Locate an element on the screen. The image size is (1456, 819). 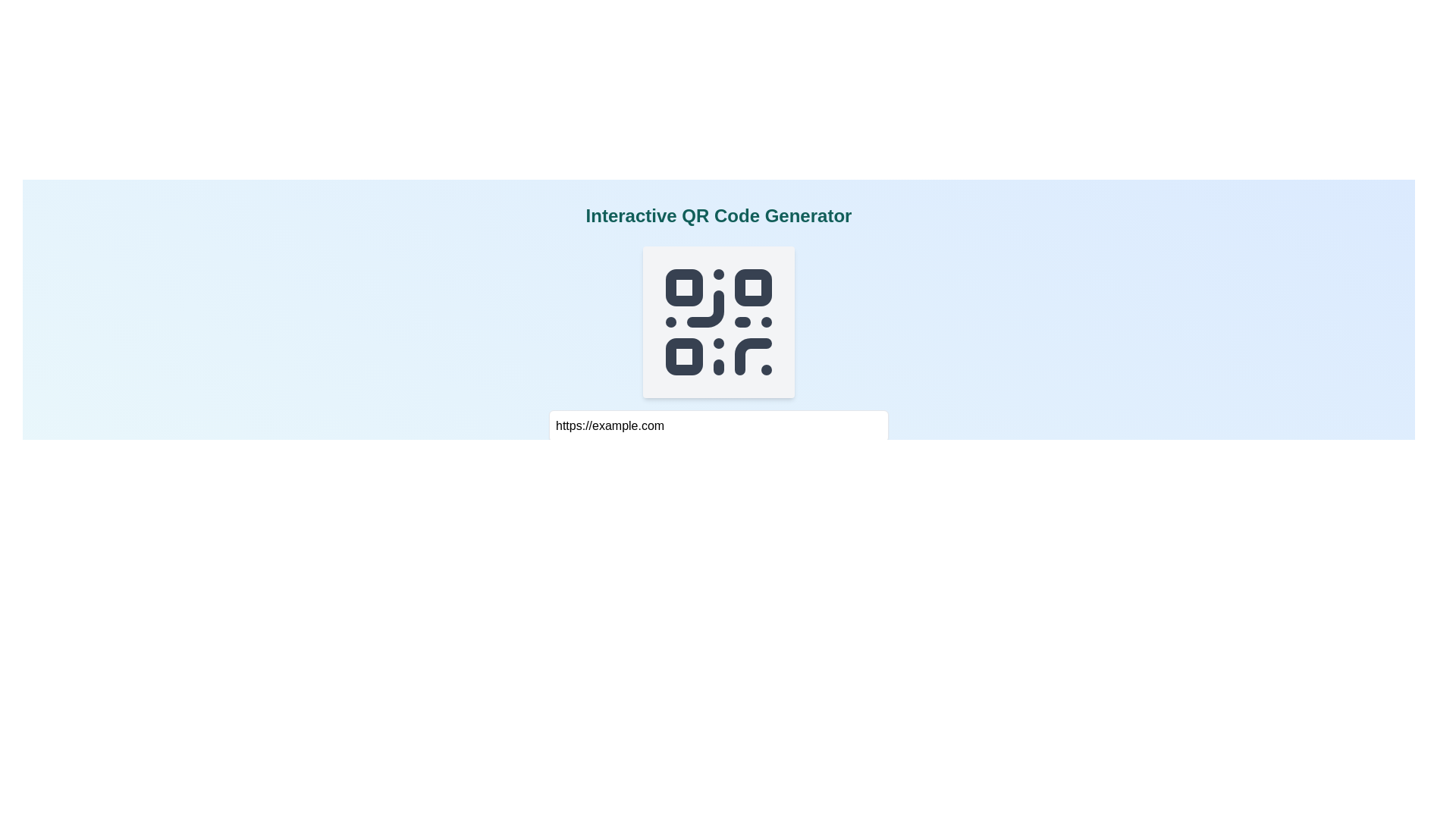
the QR code icon, which is a vector graphic representation with a structured geometric design, located centrally within the interface under the title 'Interactive QR Code Generator' is located at coordinates (718, 321).